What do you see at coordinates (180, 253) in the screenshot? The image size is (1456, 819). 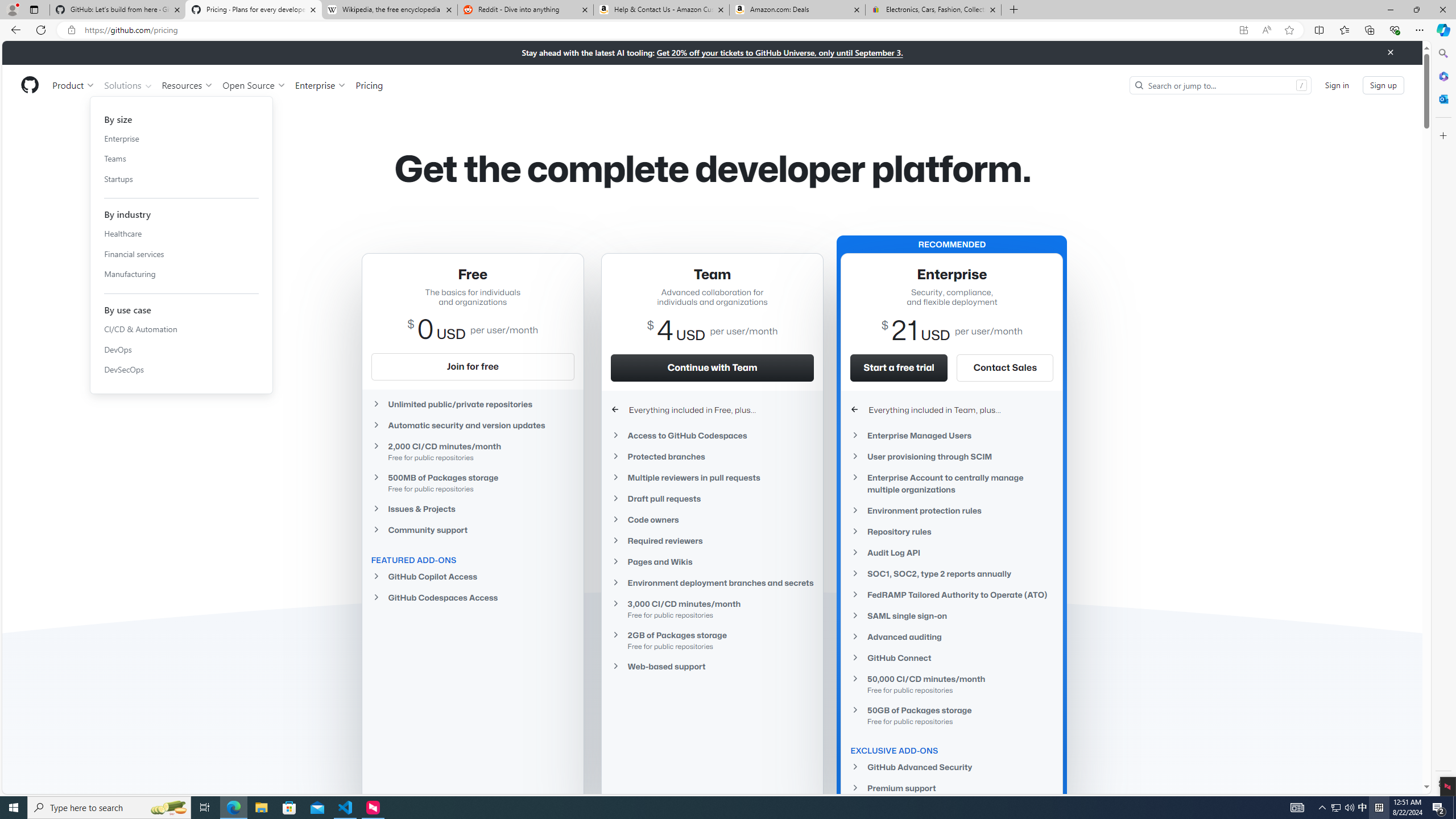 I see `'Financial services'` at bounding box center [180, 253].